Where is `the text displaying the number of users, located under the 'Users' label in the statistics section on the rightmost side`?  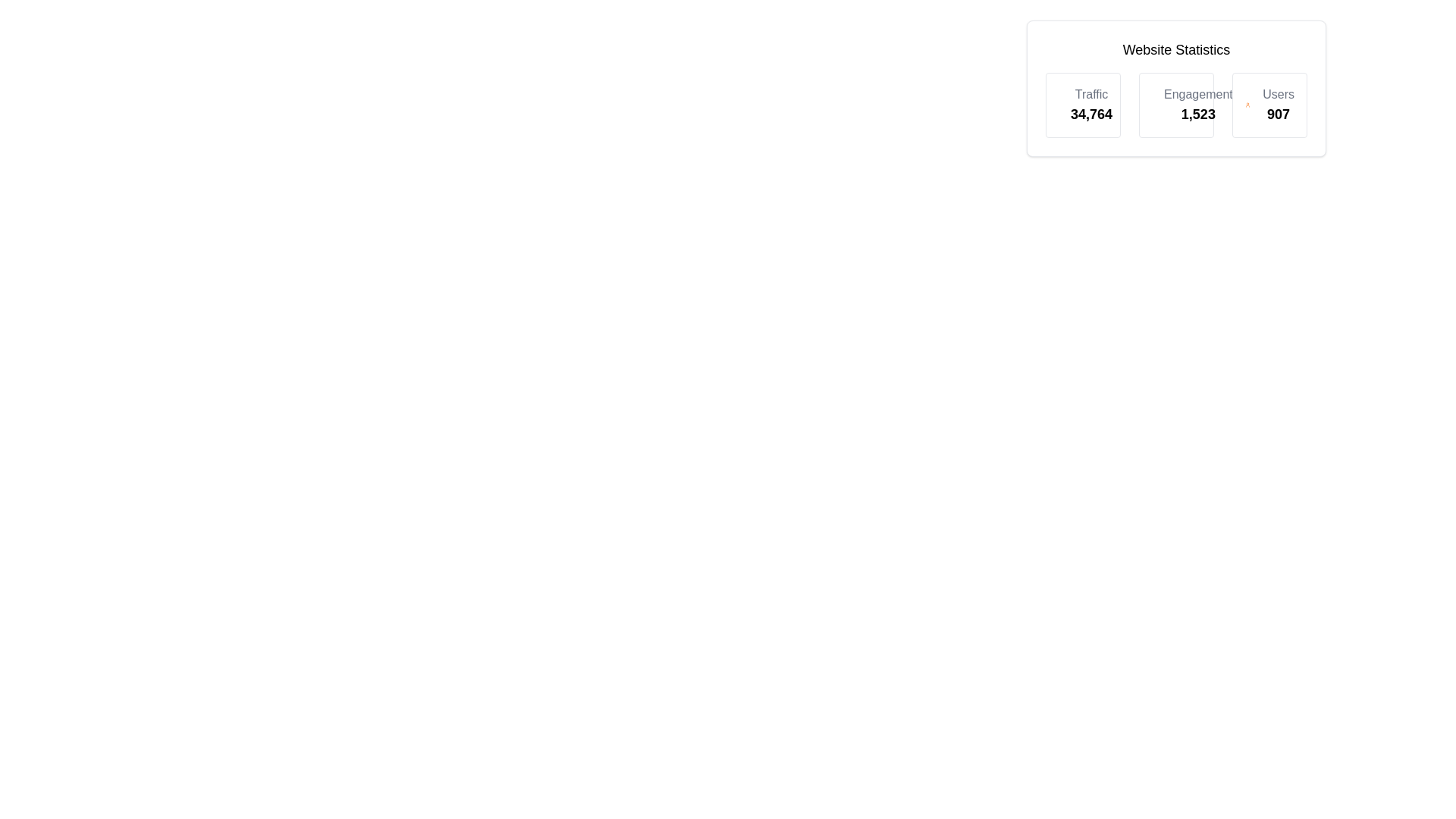
the text displaying the number of users, located under the 'Users' label in the statistics section on the rightmost side is located at coordinates (1278, 113).